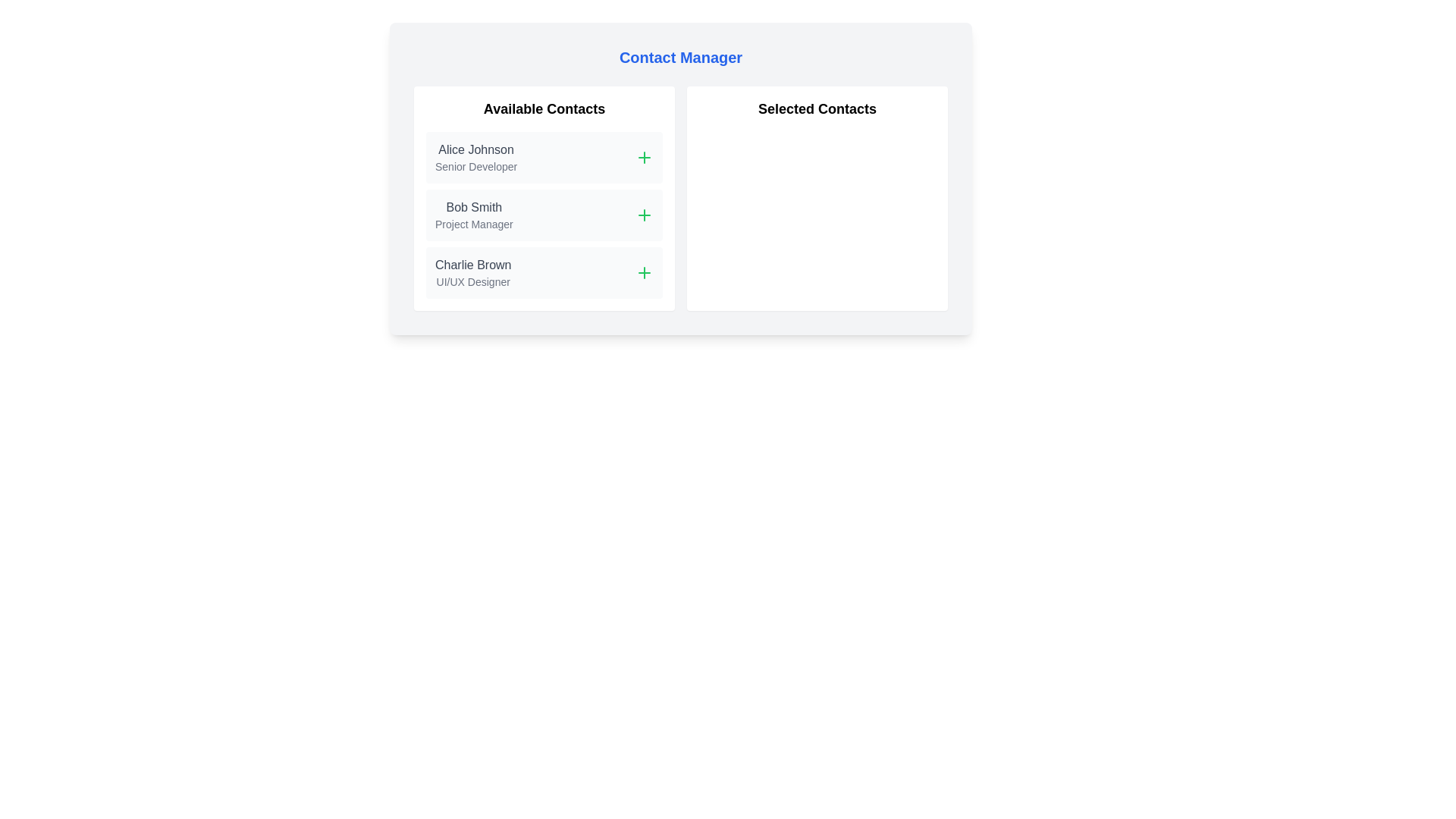  What do you see at coordinates (544, 215) in the screenshot?
I see `the List item containing 'Bob Smith Project Manager'` at bounding box center [544, 215].